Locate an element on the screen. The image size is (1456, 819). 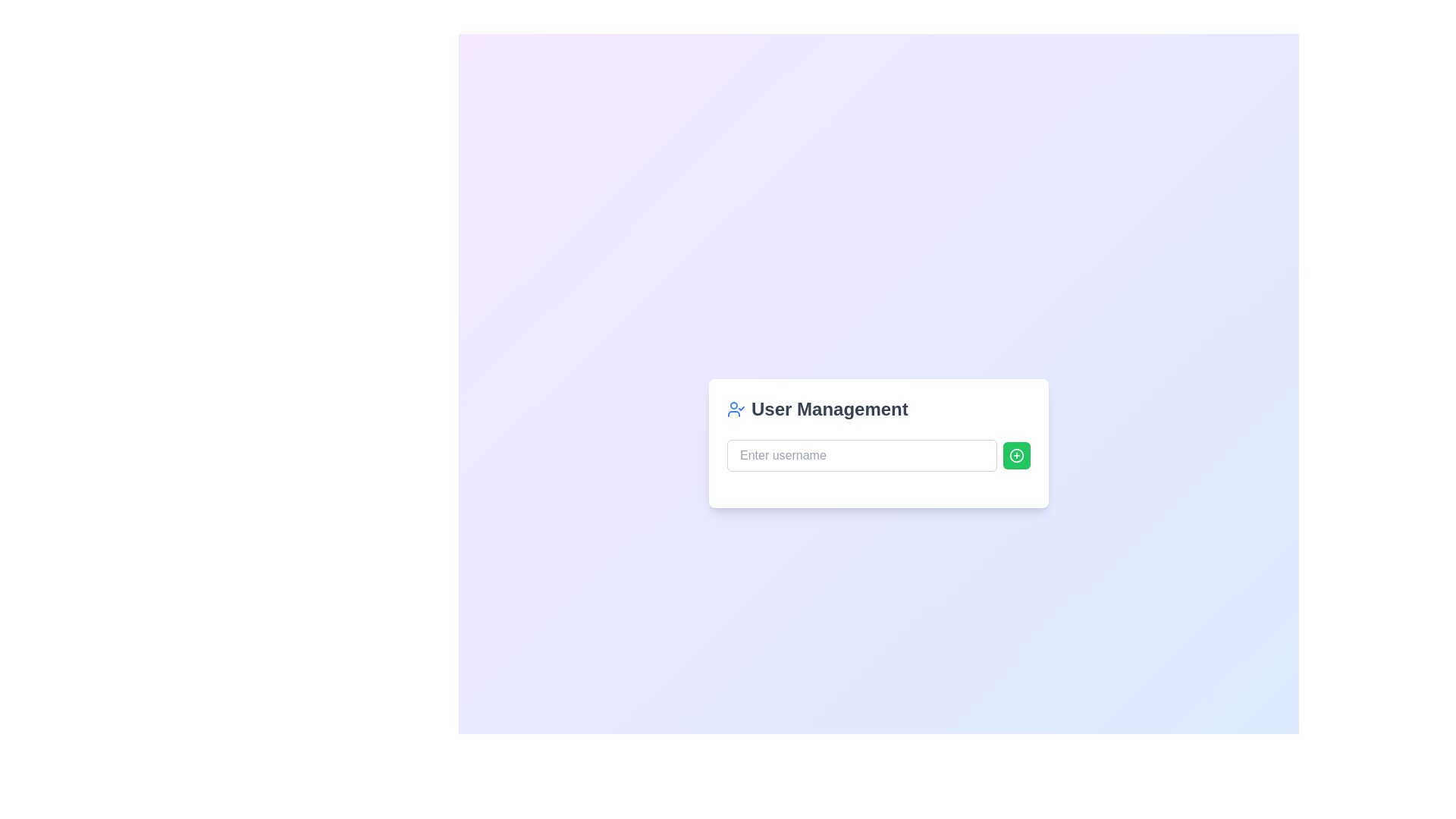
the button located on the right side of the text input field labeled 'Enter username' to initiate its action is located at coordinates (1016, 455).